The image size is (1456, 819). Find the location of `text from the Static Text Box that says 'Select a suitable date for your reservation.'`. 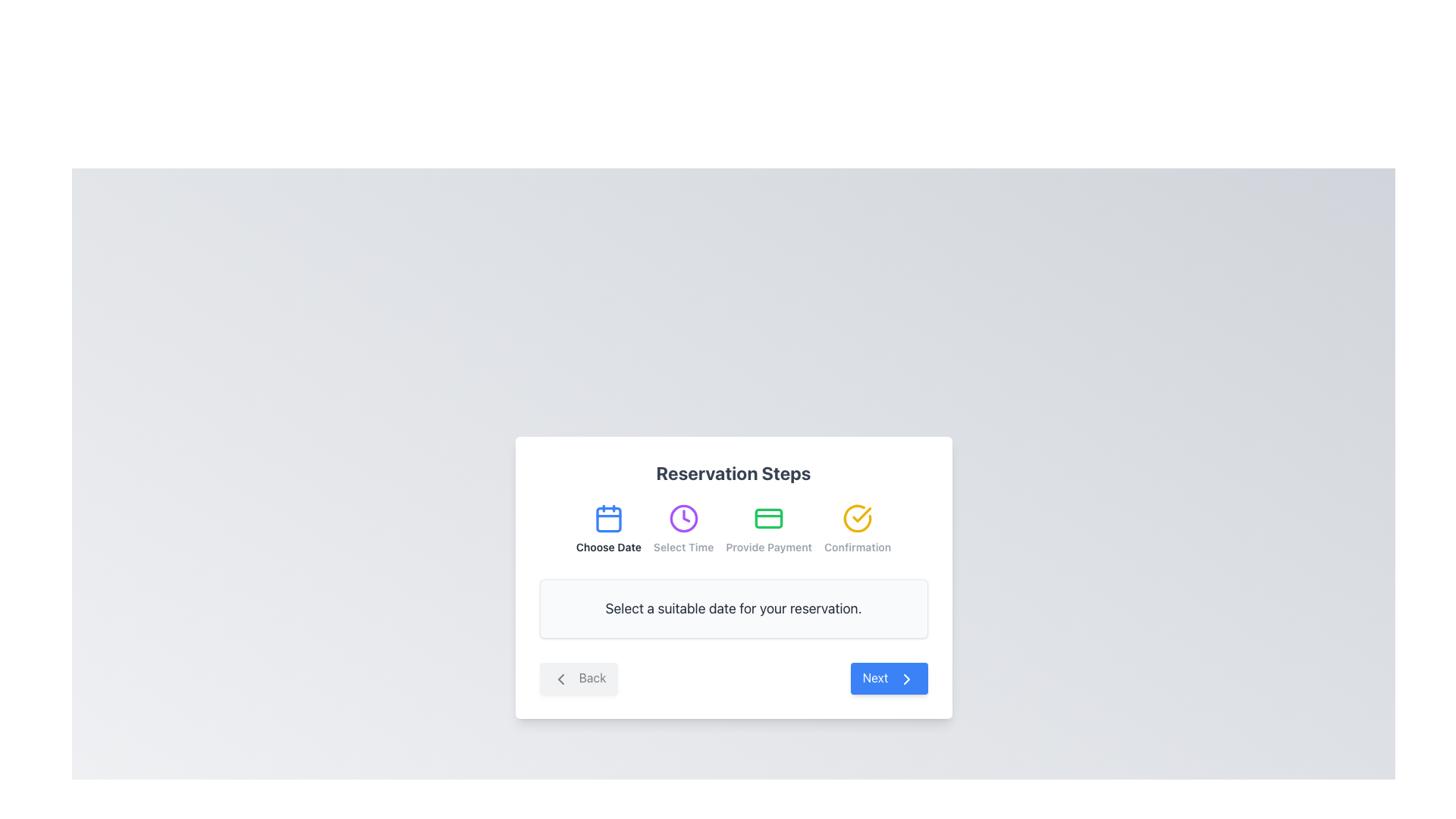

text from the Static Text Box that says 'Select a suitable date for your reservation.' is located at coordinates (733, 608).